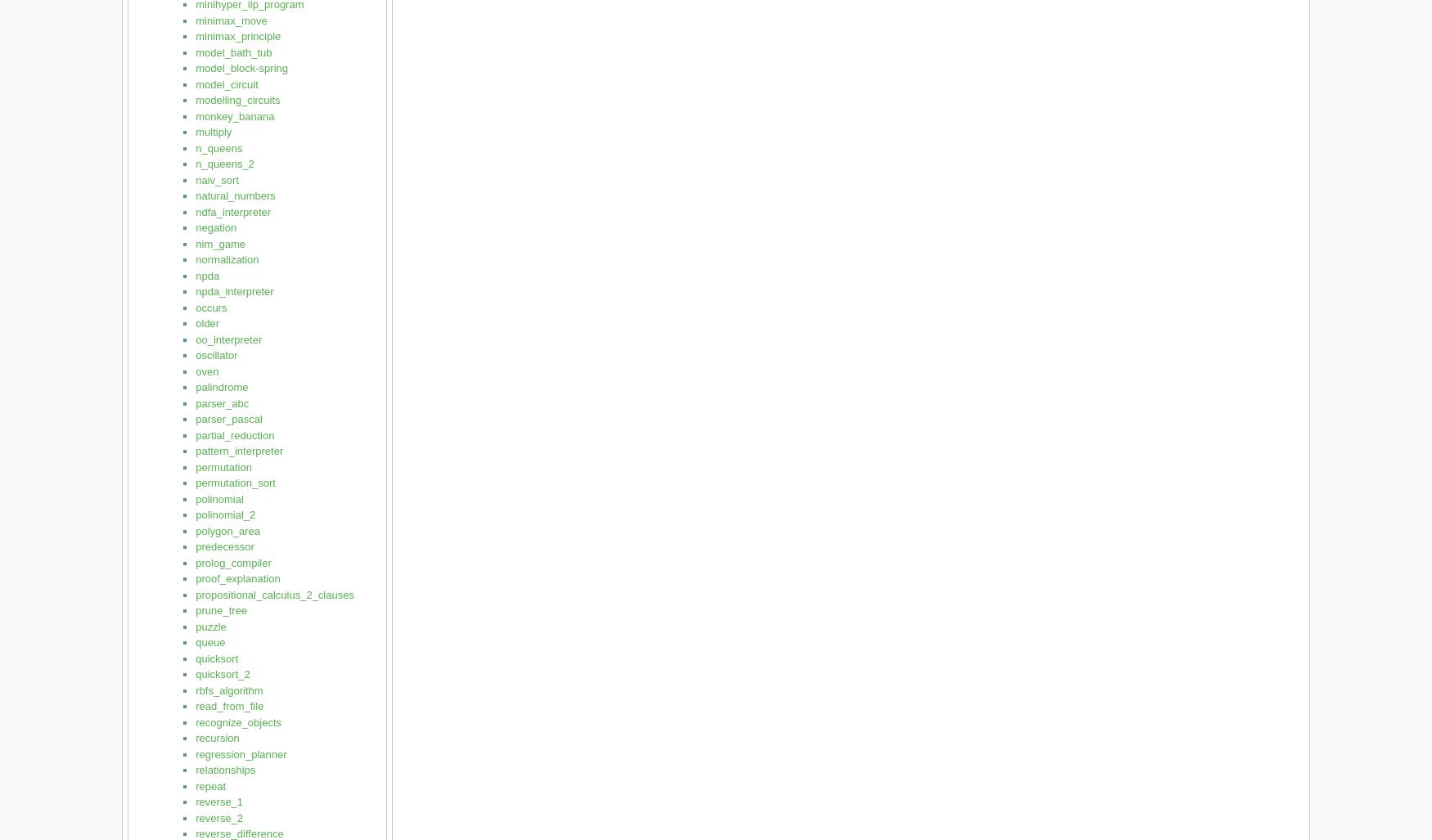 The image size is (1432, 840). I want to click on 'propositional_calculus_2_clauses', so click(274, 594).